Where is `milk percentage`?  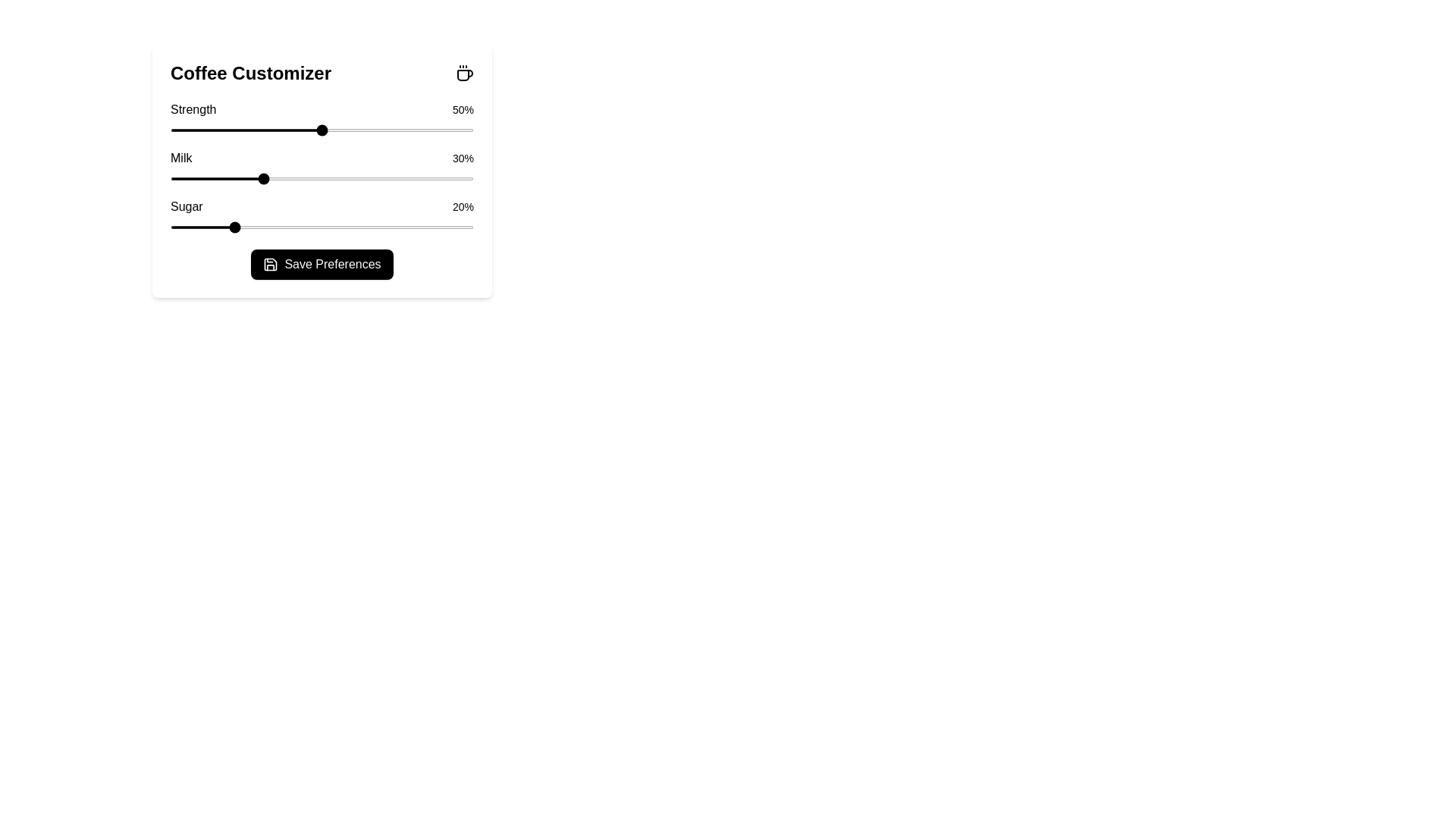
milk percentage is located at coordinates (425, 177).